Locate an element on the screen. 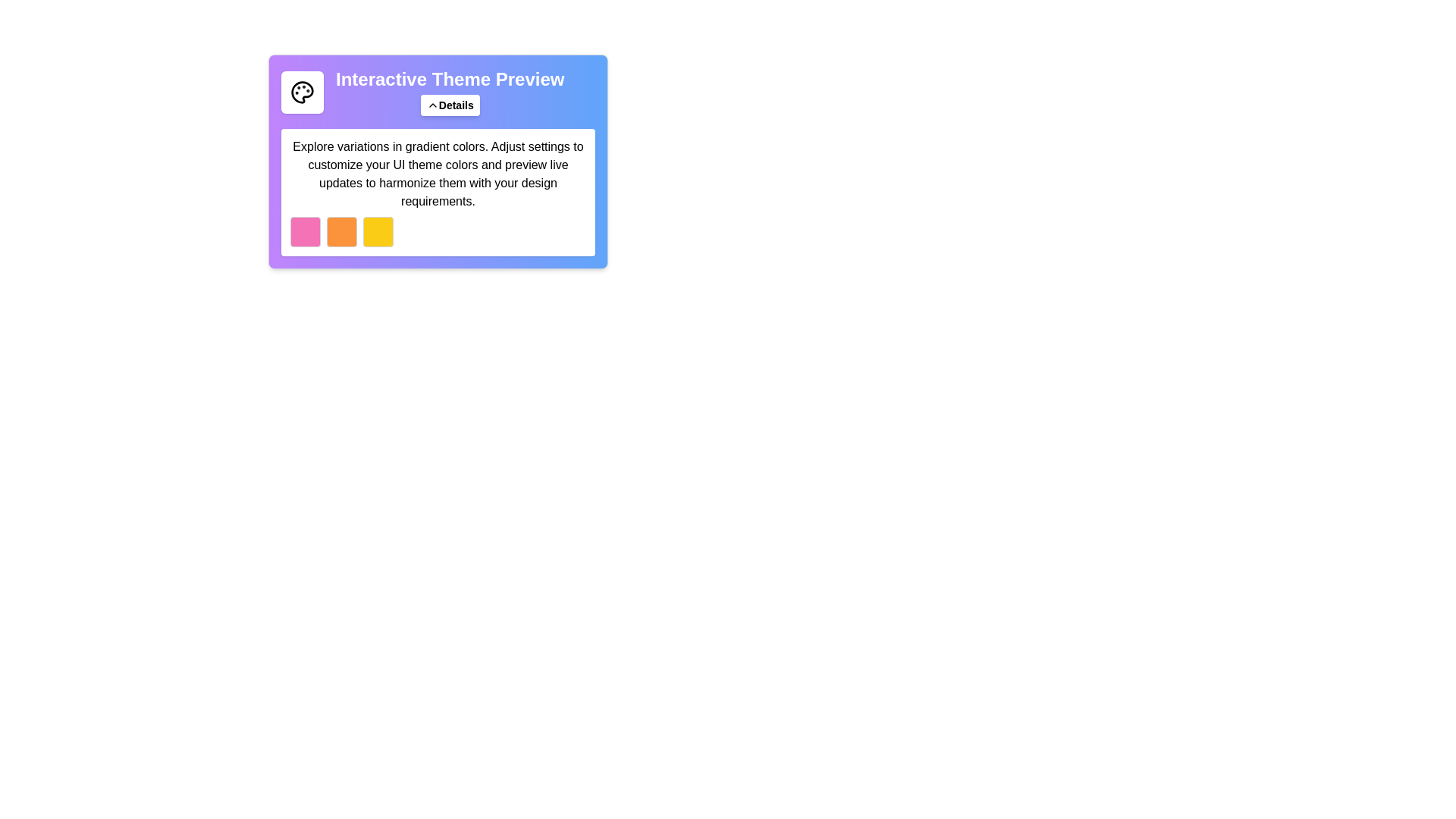 The width and height of the screenshot is (1456, 819). the 'Interactive Theme Preview' composite component, which includes a colorful palette icon, a bold title, and a 'Details' button, for further customization is located at coordinates (437, 92).